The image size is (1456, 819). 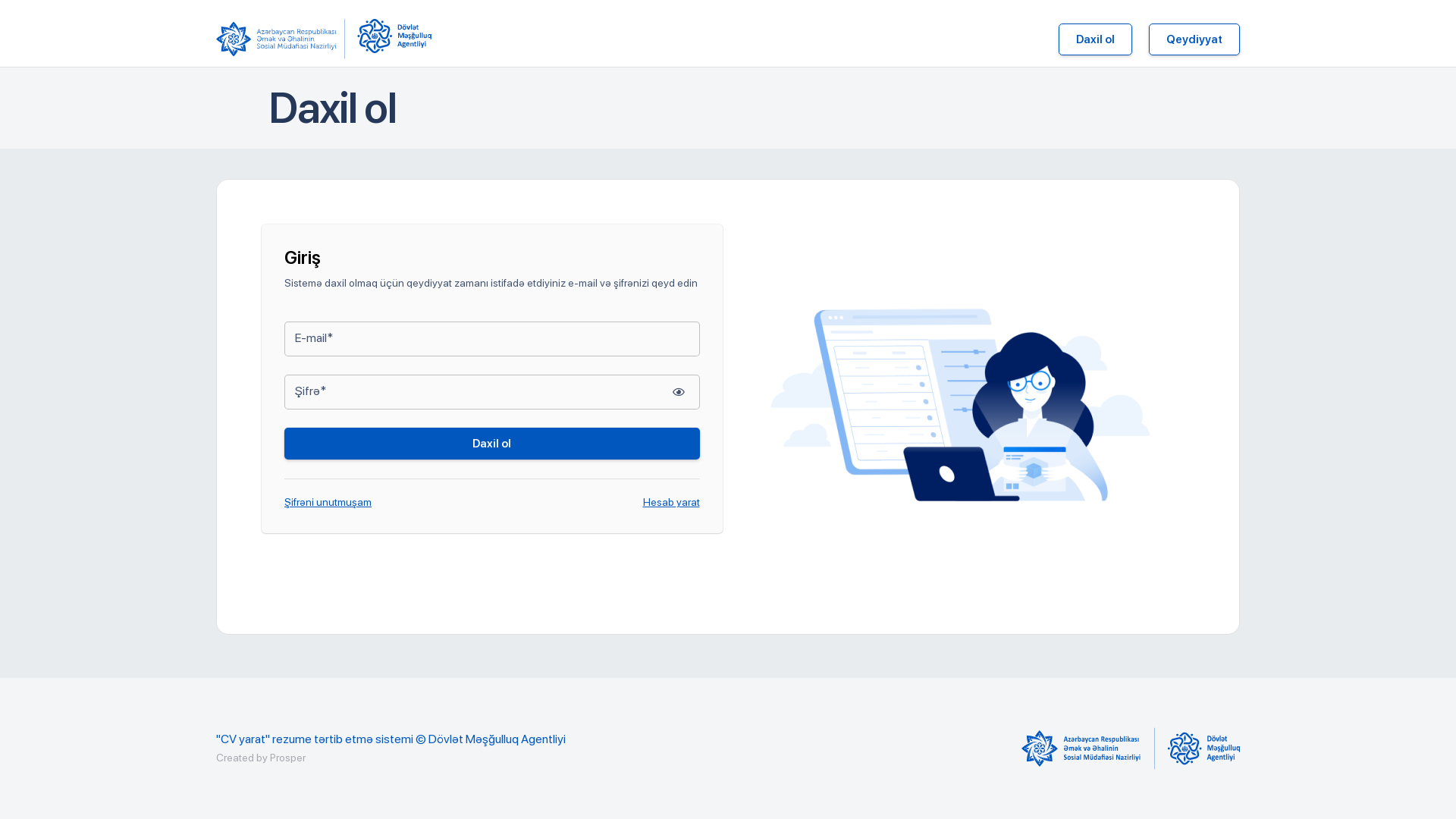 What do you see at coordinates (1193, 38) in the screenshot?
I see `'Qeydiyyat'` at bounding box center [1193, 38].